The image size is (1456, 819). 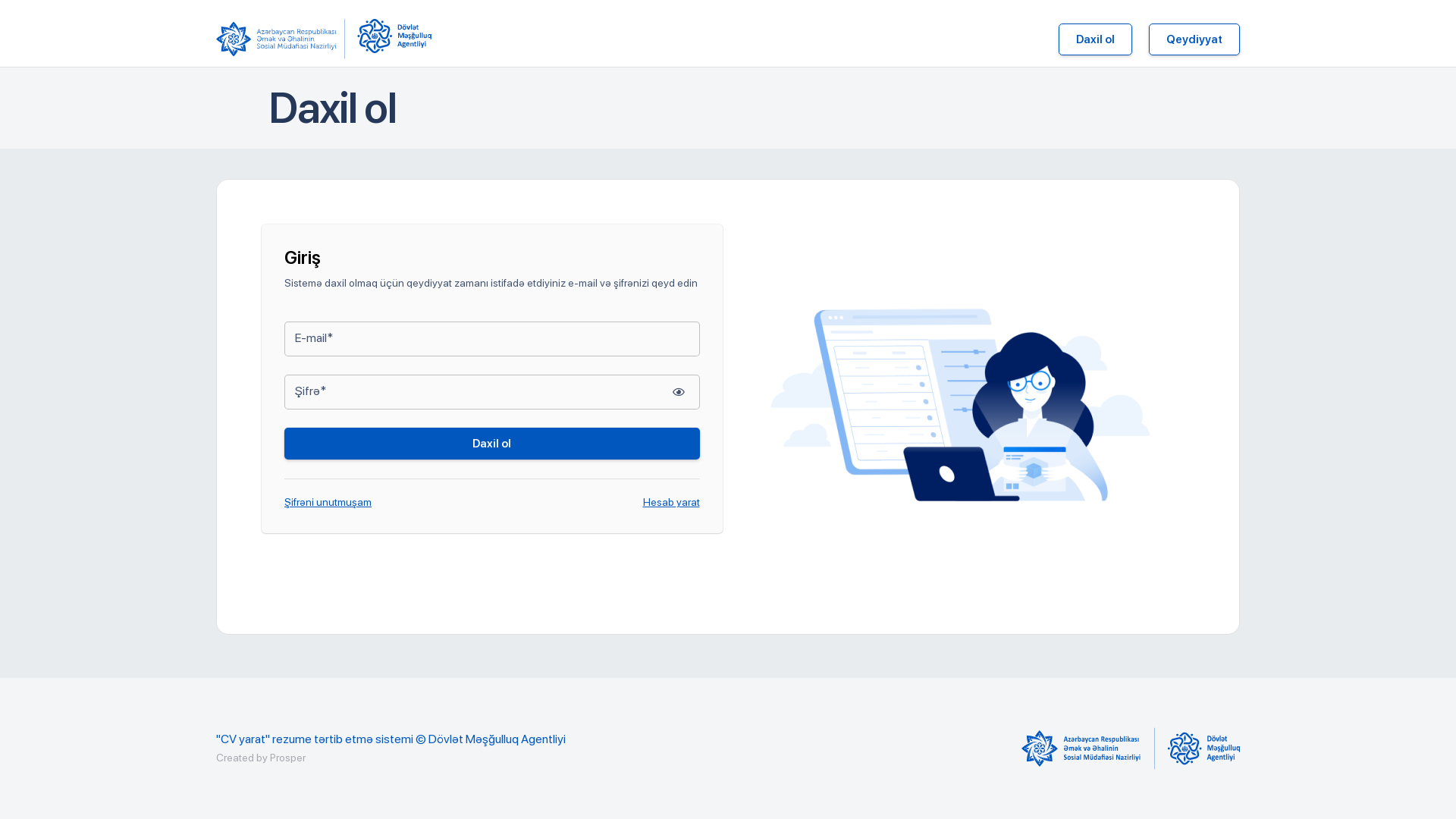 What do you see at coordinates (1193, 38) in the screenshot?
I see `'Qeydiyyat'` at bounding box center [1193, 38].